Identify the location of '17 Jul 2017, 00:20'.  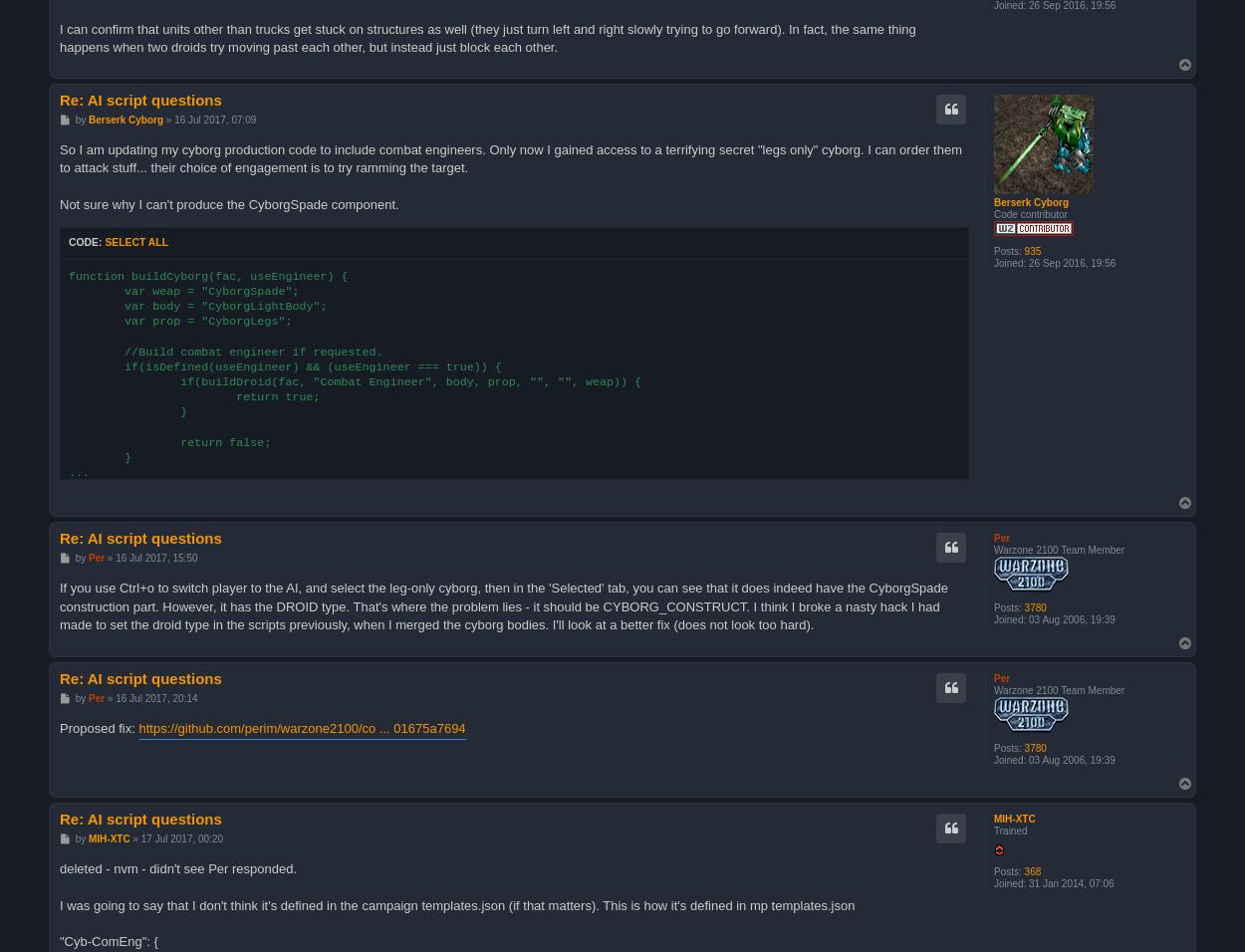
(181, 838).